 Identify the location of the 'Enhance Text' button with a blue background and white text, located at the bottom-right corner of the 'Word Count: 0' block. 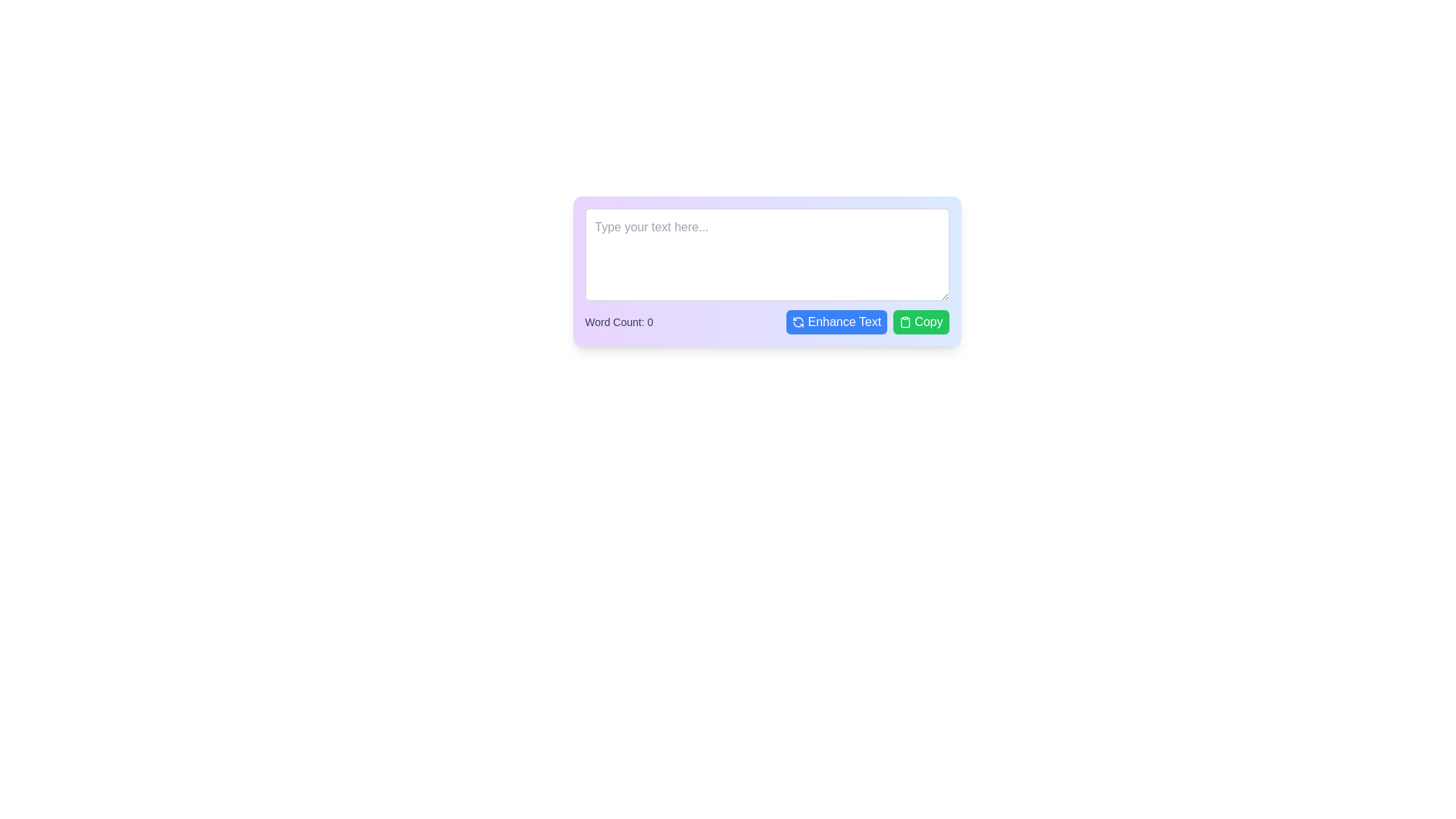
(868, 321).